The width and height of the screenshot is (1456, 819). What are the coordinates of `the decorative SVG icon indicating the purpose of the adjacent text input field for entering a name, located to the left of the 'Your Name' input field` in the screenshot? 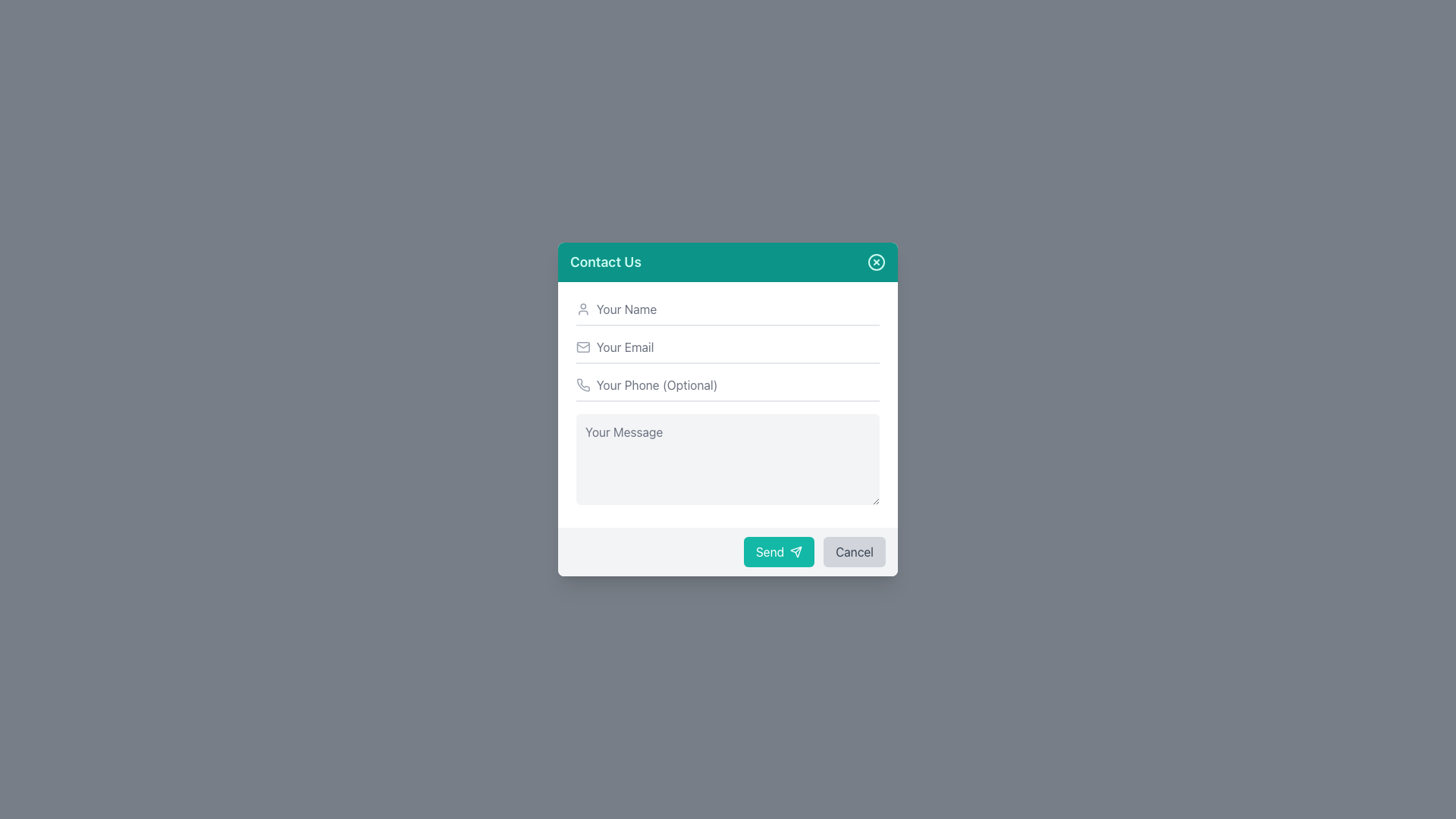 It's located at (582, 309).